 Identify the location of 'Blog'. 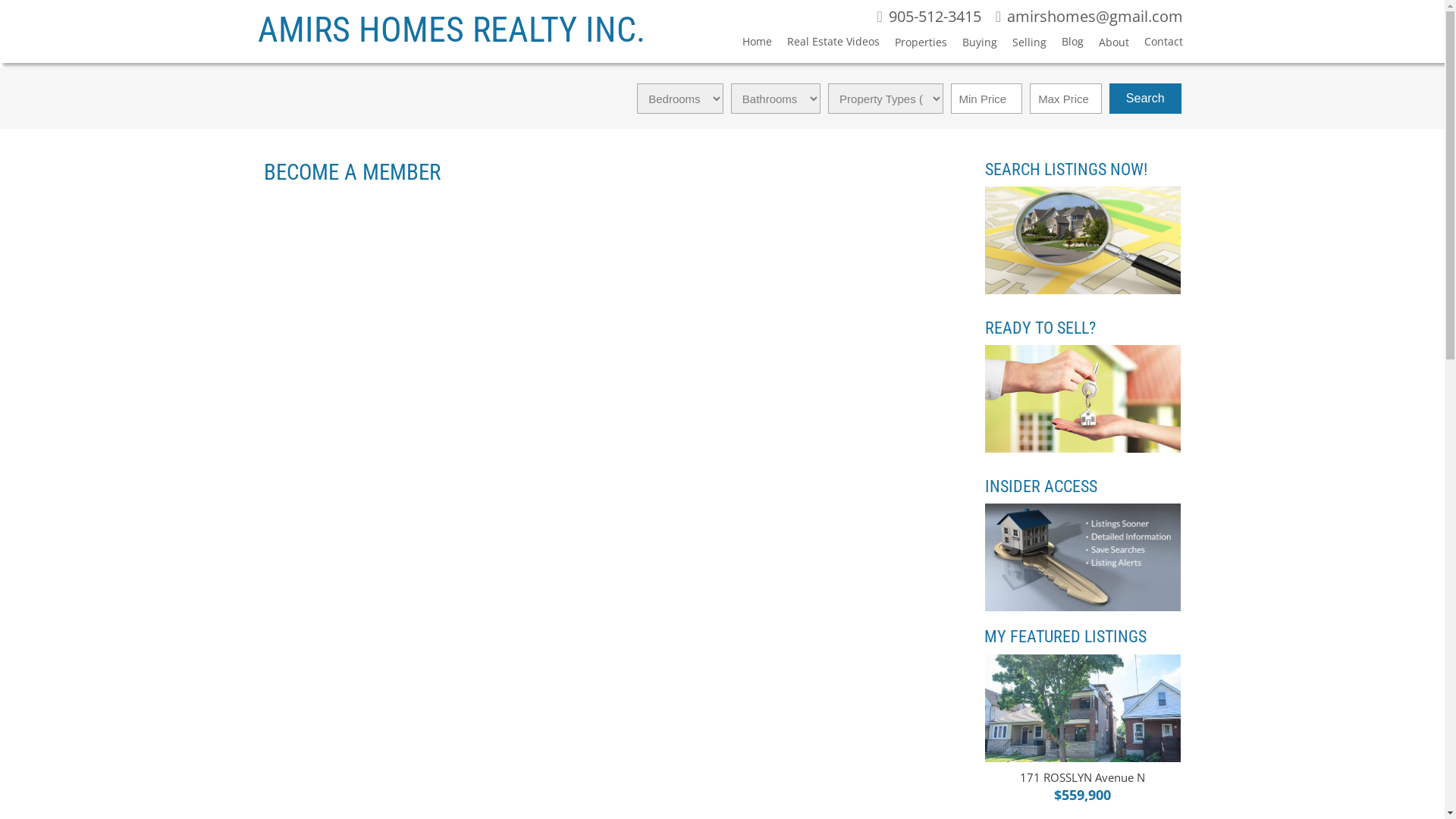
(1064, 43).